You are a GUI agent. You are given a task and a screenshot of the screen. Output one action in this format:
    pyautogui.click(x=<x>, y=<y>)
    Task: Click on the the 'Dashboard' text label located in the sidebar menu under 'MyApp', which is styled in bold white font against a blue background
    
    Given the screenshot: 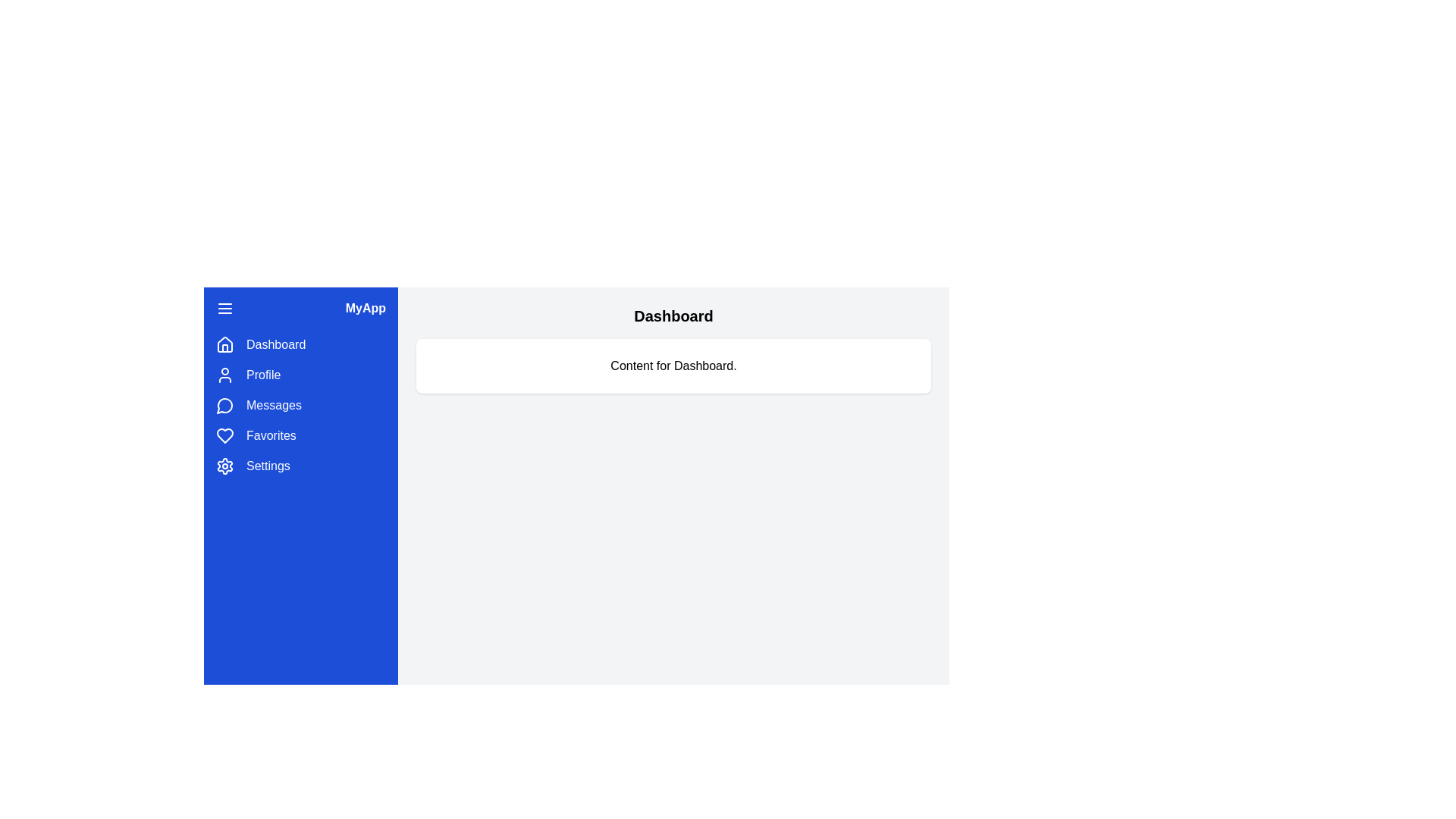 What is the action you would take?
    pyautogui.click(x=276, y=345)
    